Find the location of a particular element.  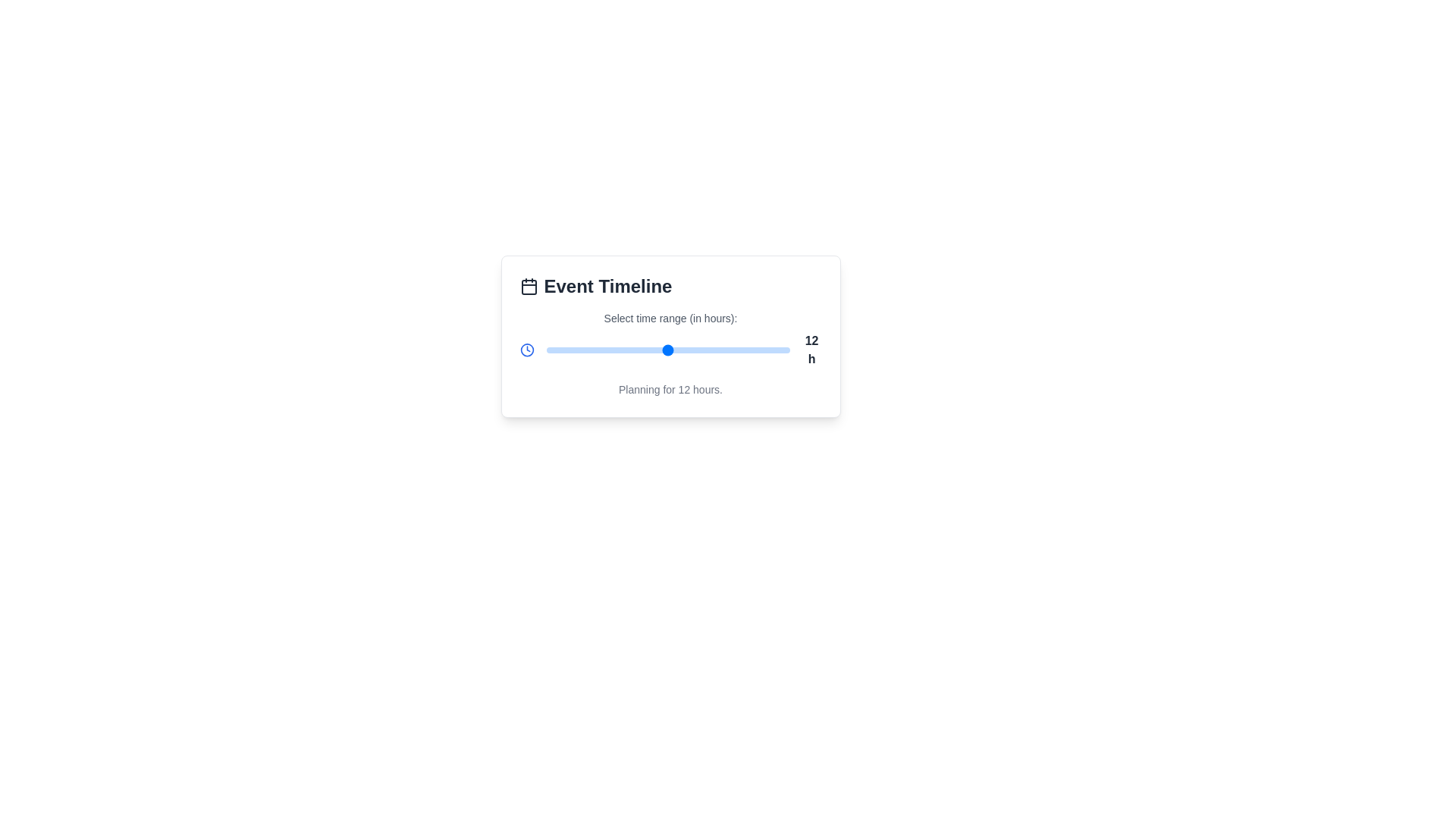

the timeline duration is located at coordinates (657, 350).